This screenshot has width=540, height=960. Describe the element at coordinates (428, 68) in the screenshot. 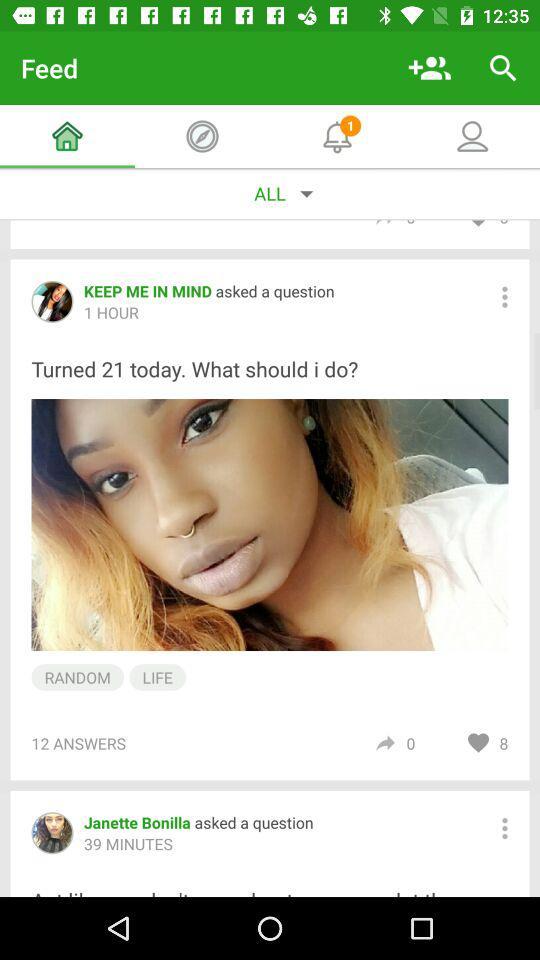

I see `icon next to the feed icon` at that location.